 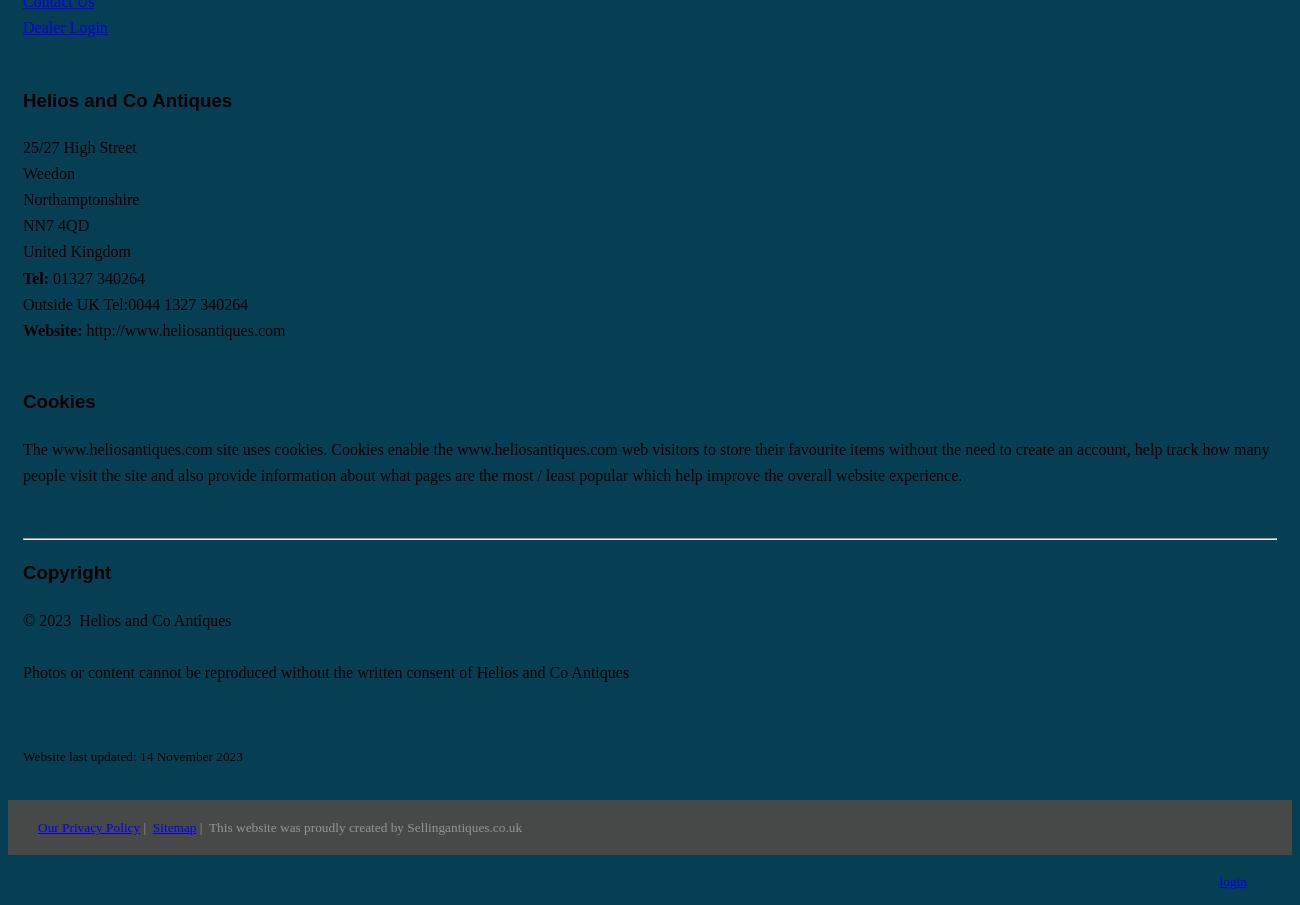 What do you see at coordinates (126, 618) in the screenshot?
I see `'© 2023  
                                Helios and Co Antiques'` at bounding box center [126, 618].